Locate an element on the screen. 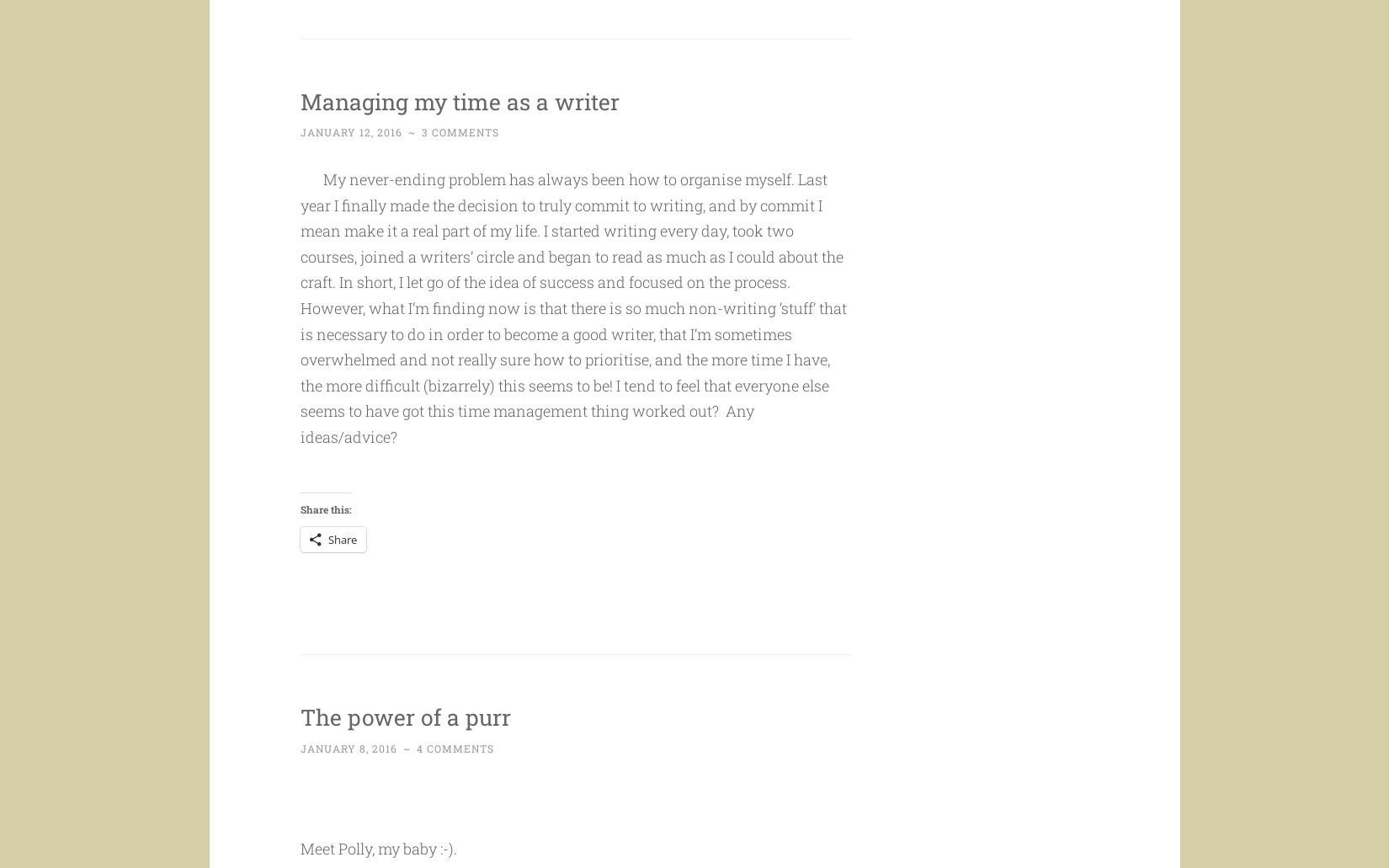 The width and height of the screenshot is (1389, 868). '3 Comments' is located at coordinates (458, 163).